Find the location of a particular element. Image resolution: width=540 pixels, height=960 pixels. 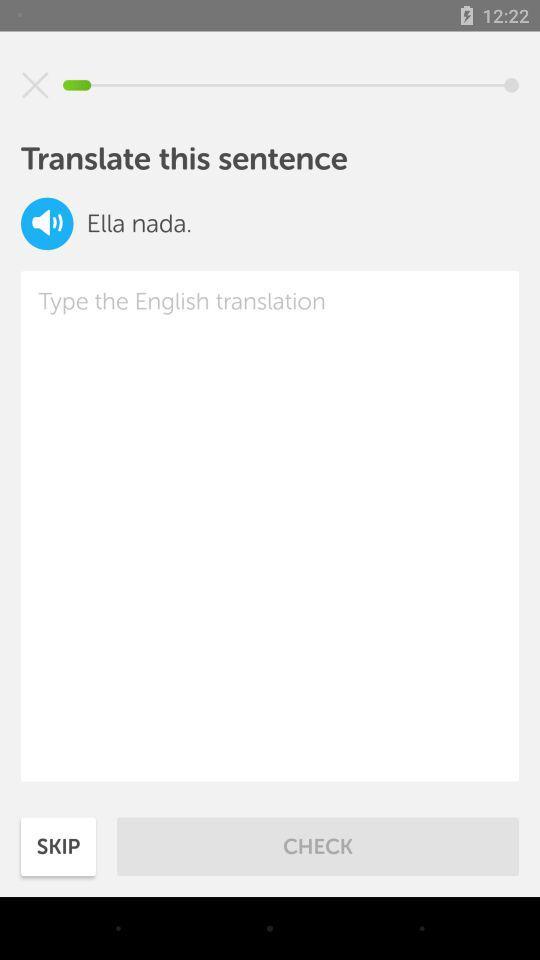

icon next to skip item is located at coordinates (318, 845).